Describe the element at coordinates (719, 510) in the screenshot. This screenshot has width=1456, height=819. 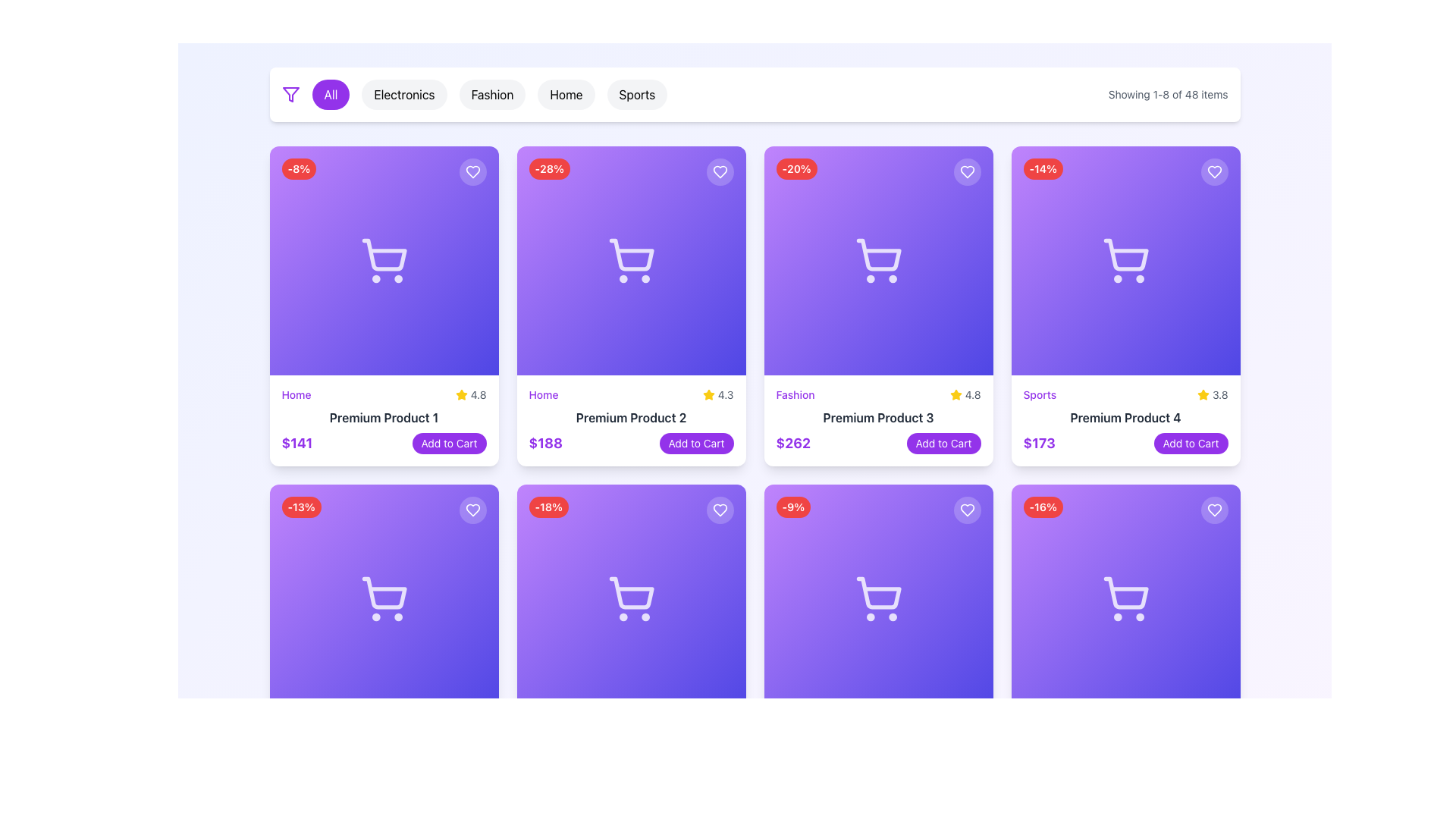
I see `the heart-shaped icon button located in the top-right corner of the second product card` at that location.